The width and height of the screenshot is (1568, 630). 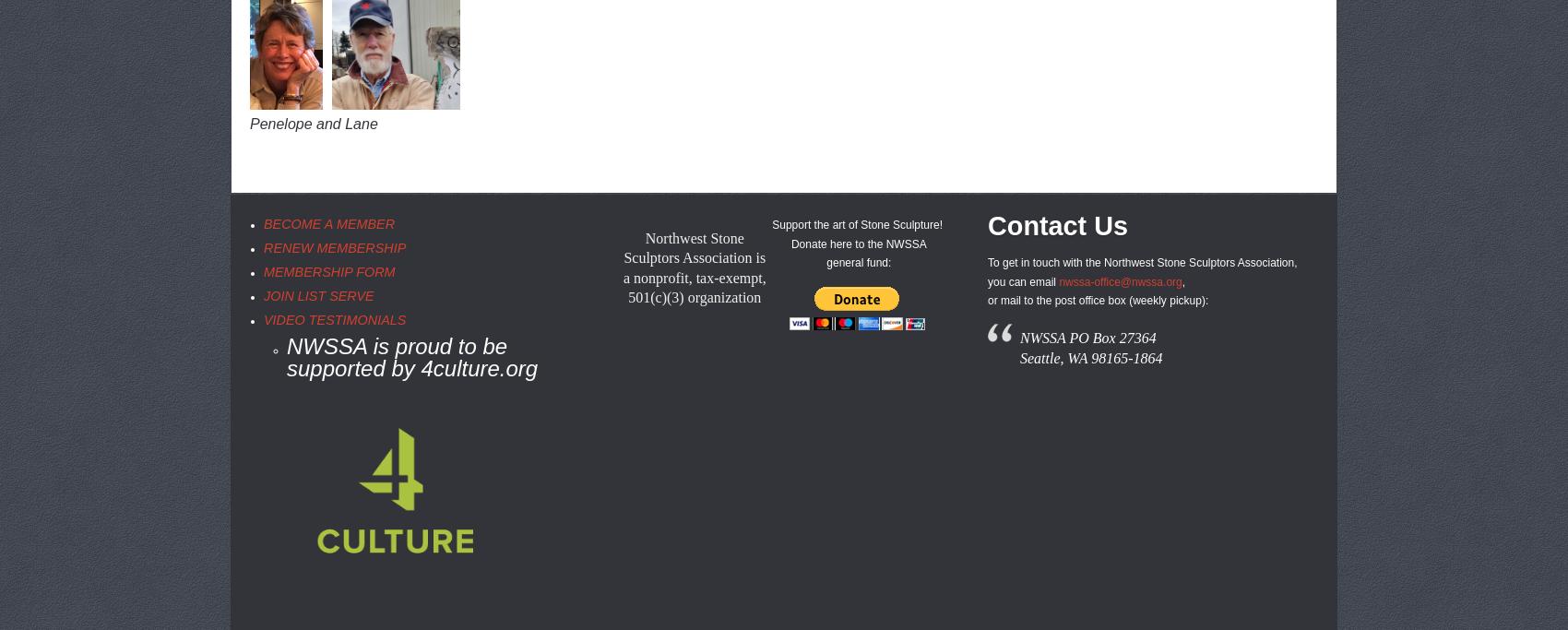 What do you see at coordinates (1057, 225) in the screenshot?
I see `'Contact Us'` at bounding box center [1057, 225].